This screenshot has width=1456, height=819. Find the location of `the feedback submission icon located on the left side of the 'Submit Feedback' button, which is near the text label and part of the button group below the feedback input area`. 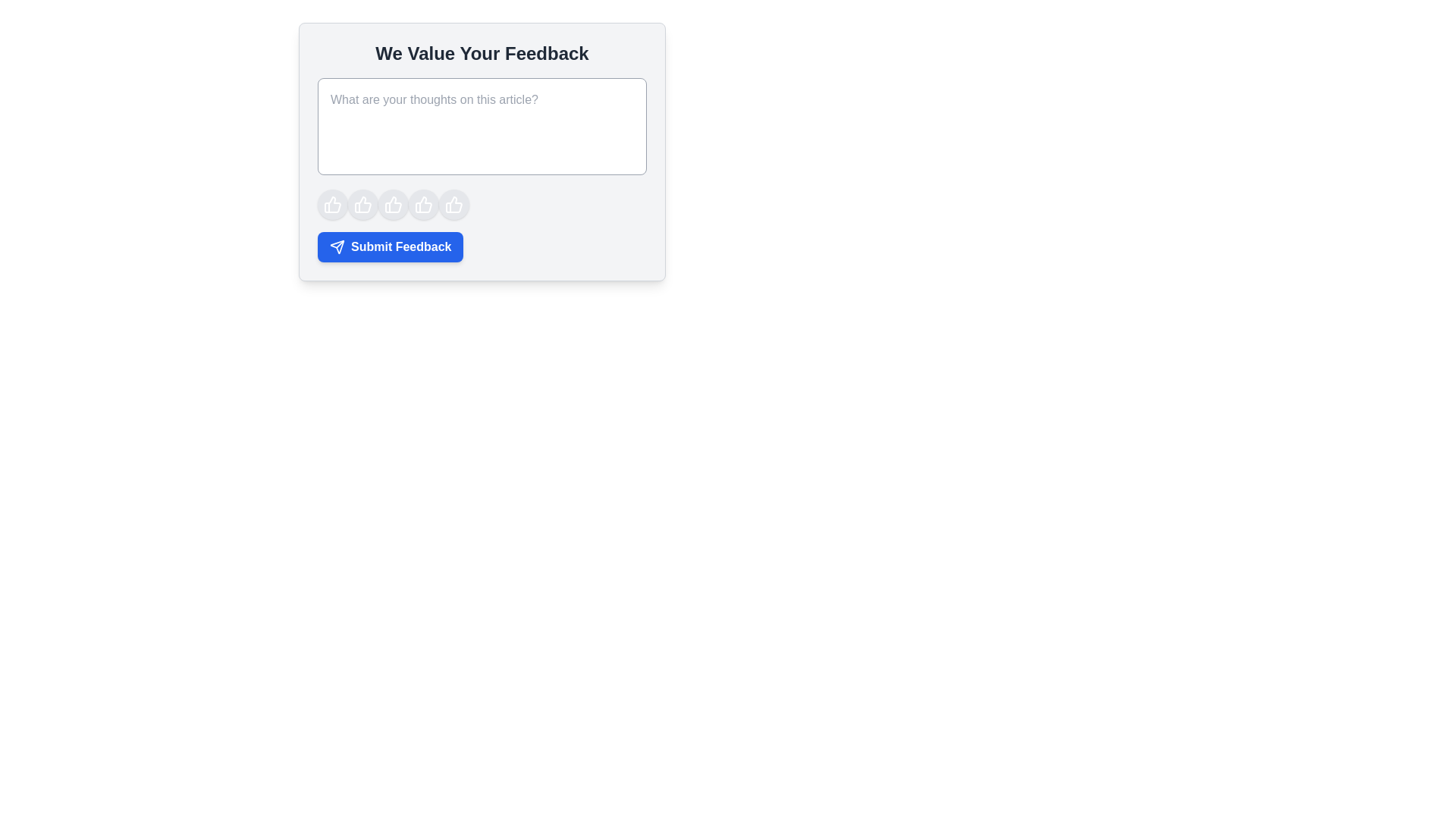

the feedback submission icon located on the left side of the 'Submit Feedback' button, which is near the text label and part of the button group below the feedback input area is located at coordinates (337, 246).